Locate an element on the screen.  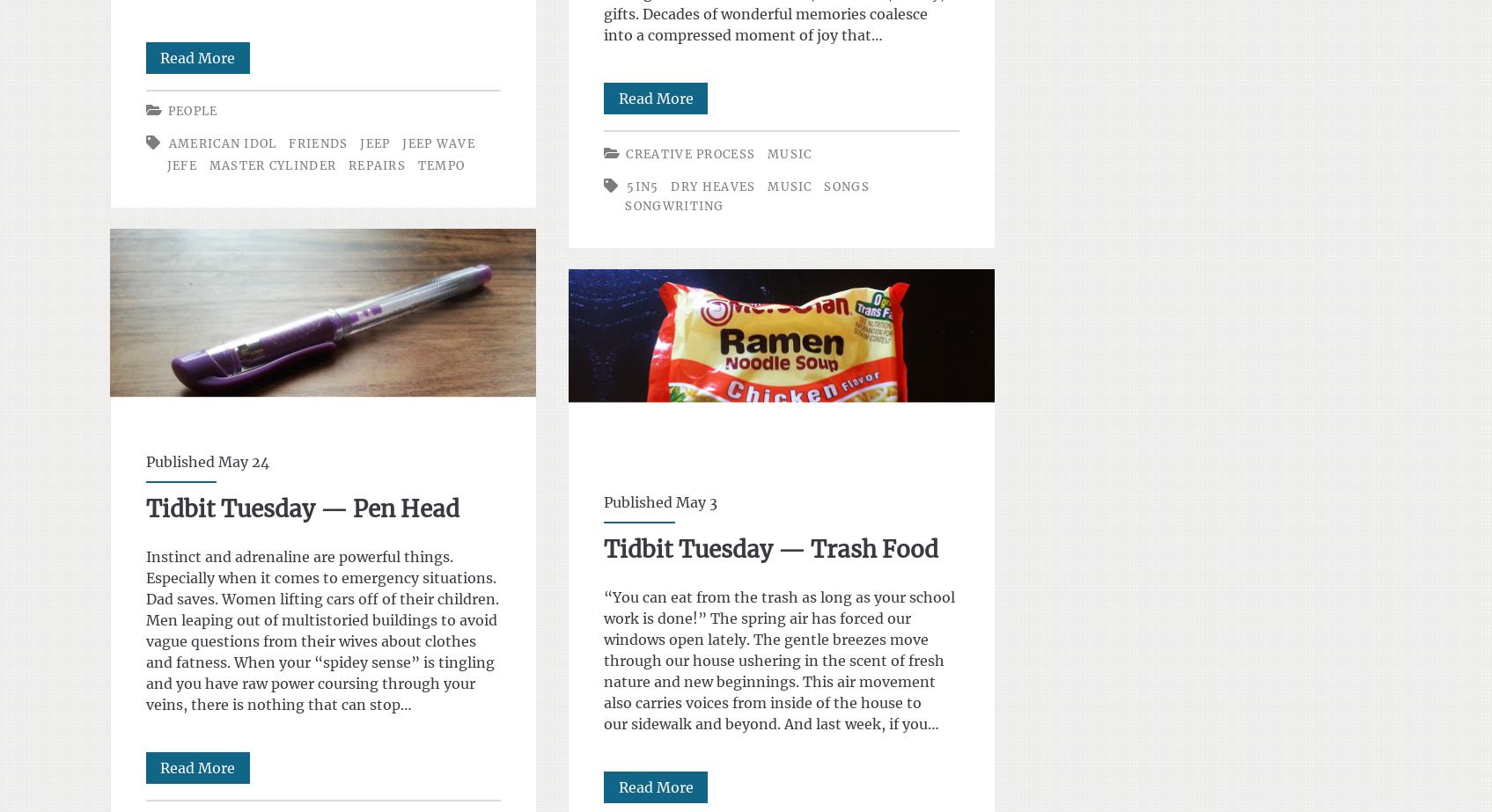
'american idol' is located at coordinates (221, 143).